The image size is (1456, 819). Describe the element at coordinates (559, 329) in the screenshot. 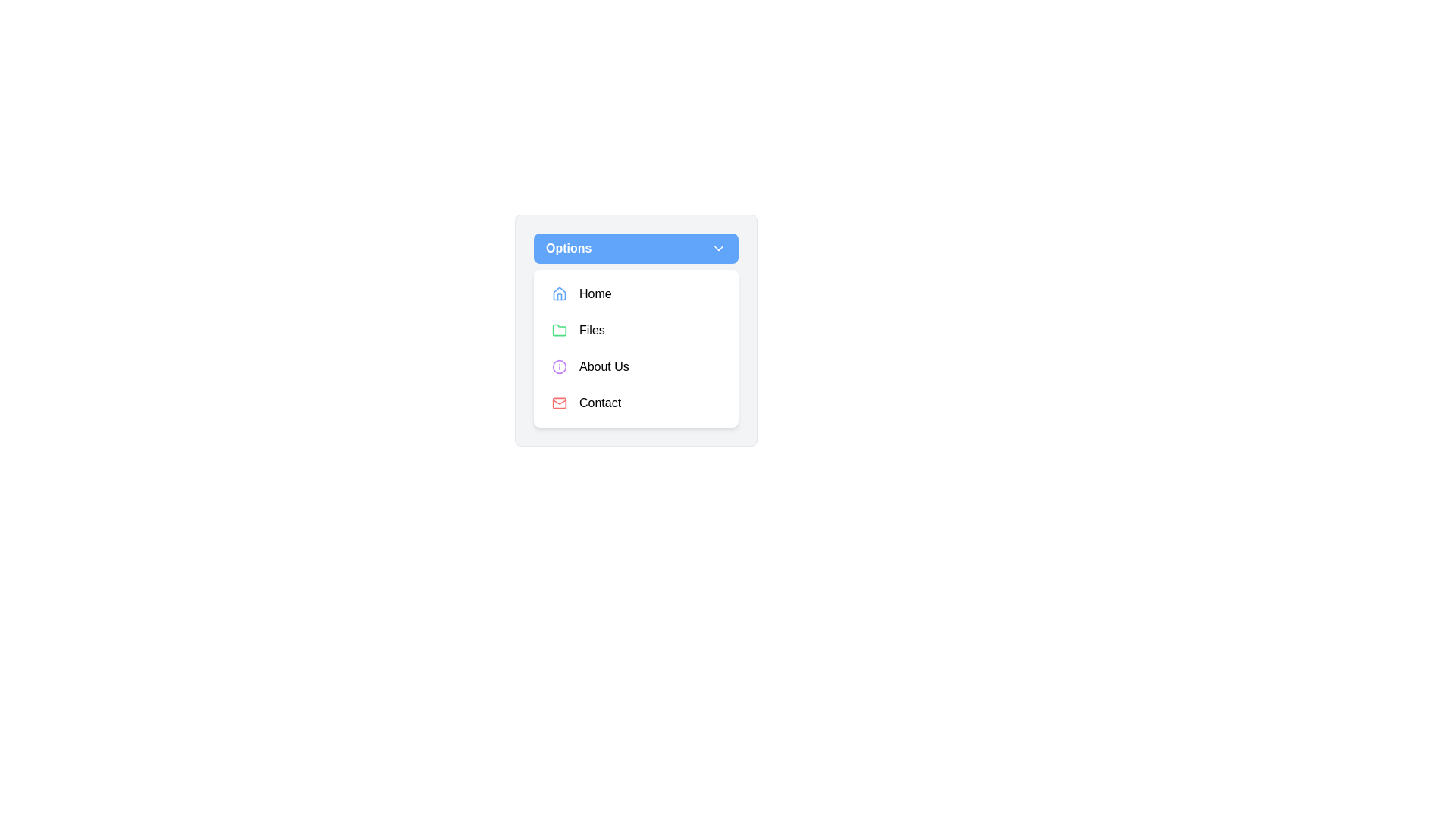

I see `the 'Files' icon in the dropdown menu, which is located second in the list of options, directly below 'Home'` at that location.